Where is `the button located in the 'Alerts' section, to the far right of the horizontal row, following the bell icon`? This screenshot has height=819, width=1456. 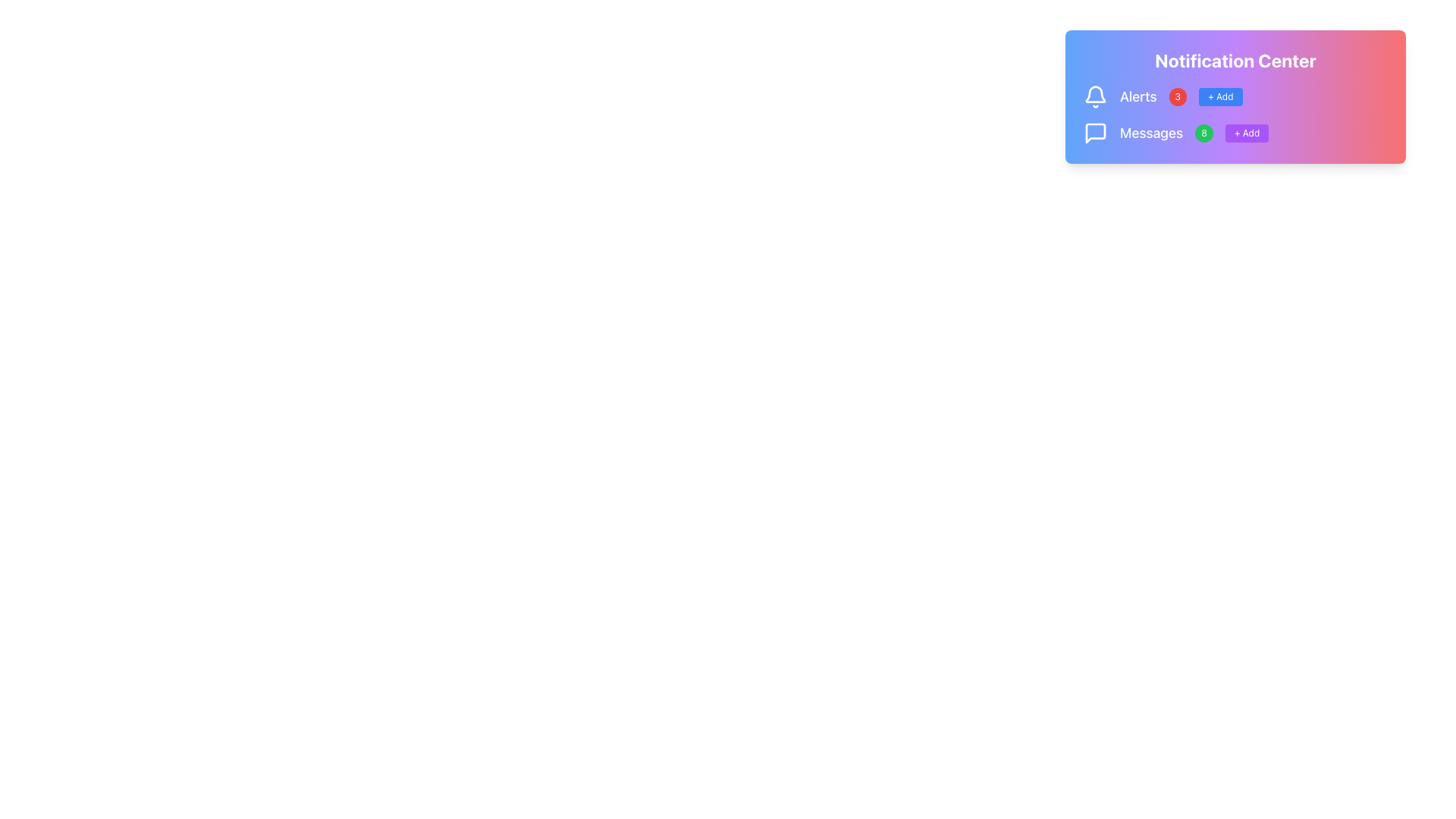
the button located in the 'Alerts' section, to the far right of the horizontal row, following the bell icon is located at coordinates (1235, 96).